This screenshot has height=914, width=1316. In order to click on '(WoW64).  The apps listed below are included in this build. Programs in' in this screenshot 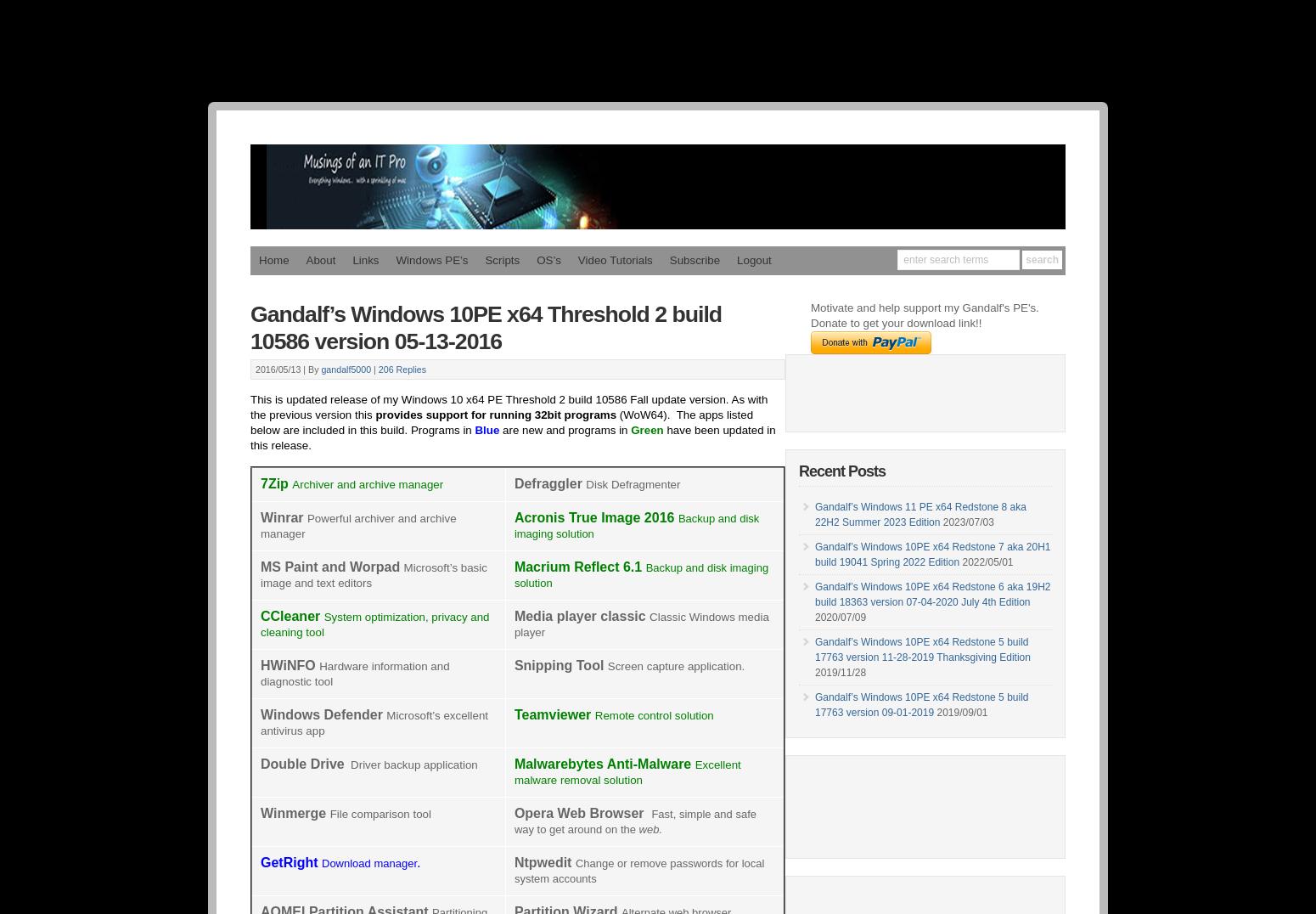, I will do `click(502, 422)`.